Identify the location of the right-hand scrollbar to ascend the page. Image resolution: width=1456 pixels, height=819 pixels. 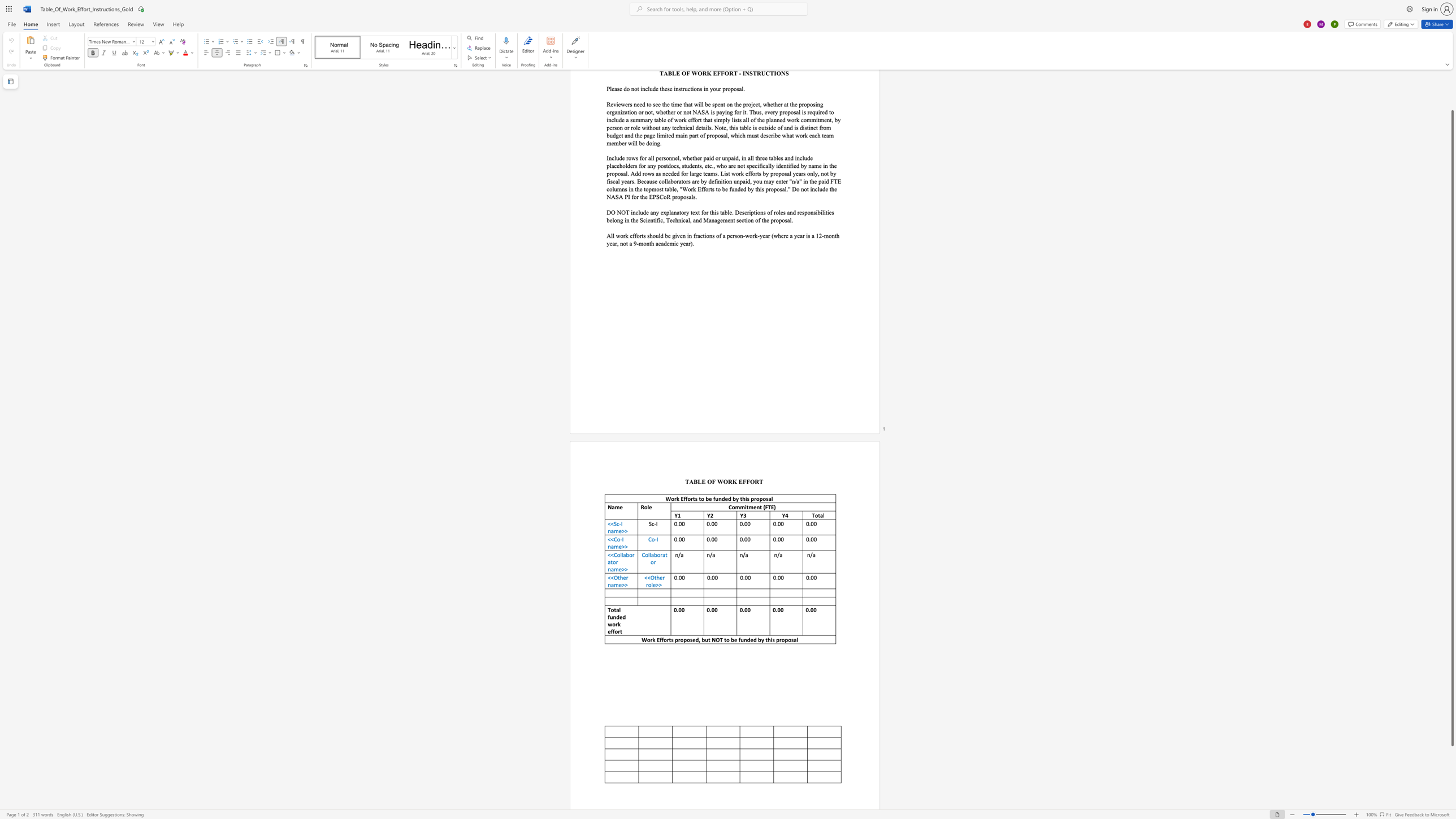
(1451, 87).